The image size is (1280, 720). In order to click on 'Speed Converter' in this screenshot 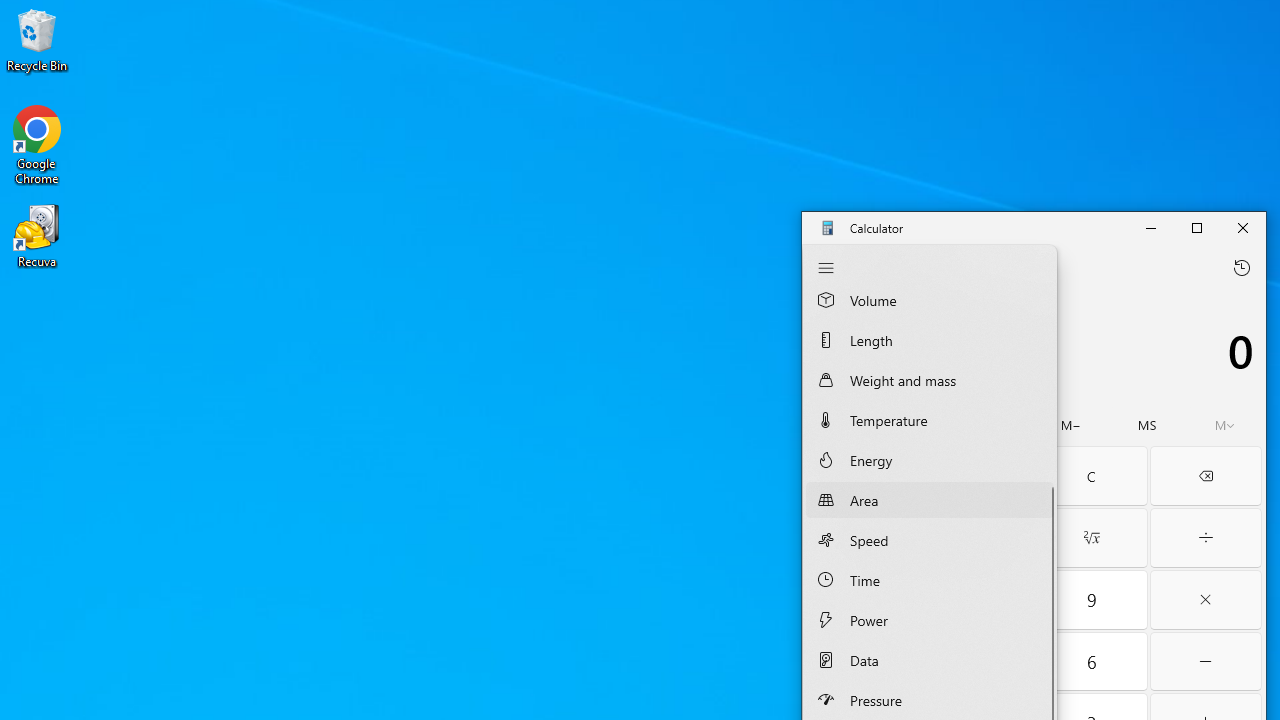, I will do `click(928, 540)`.